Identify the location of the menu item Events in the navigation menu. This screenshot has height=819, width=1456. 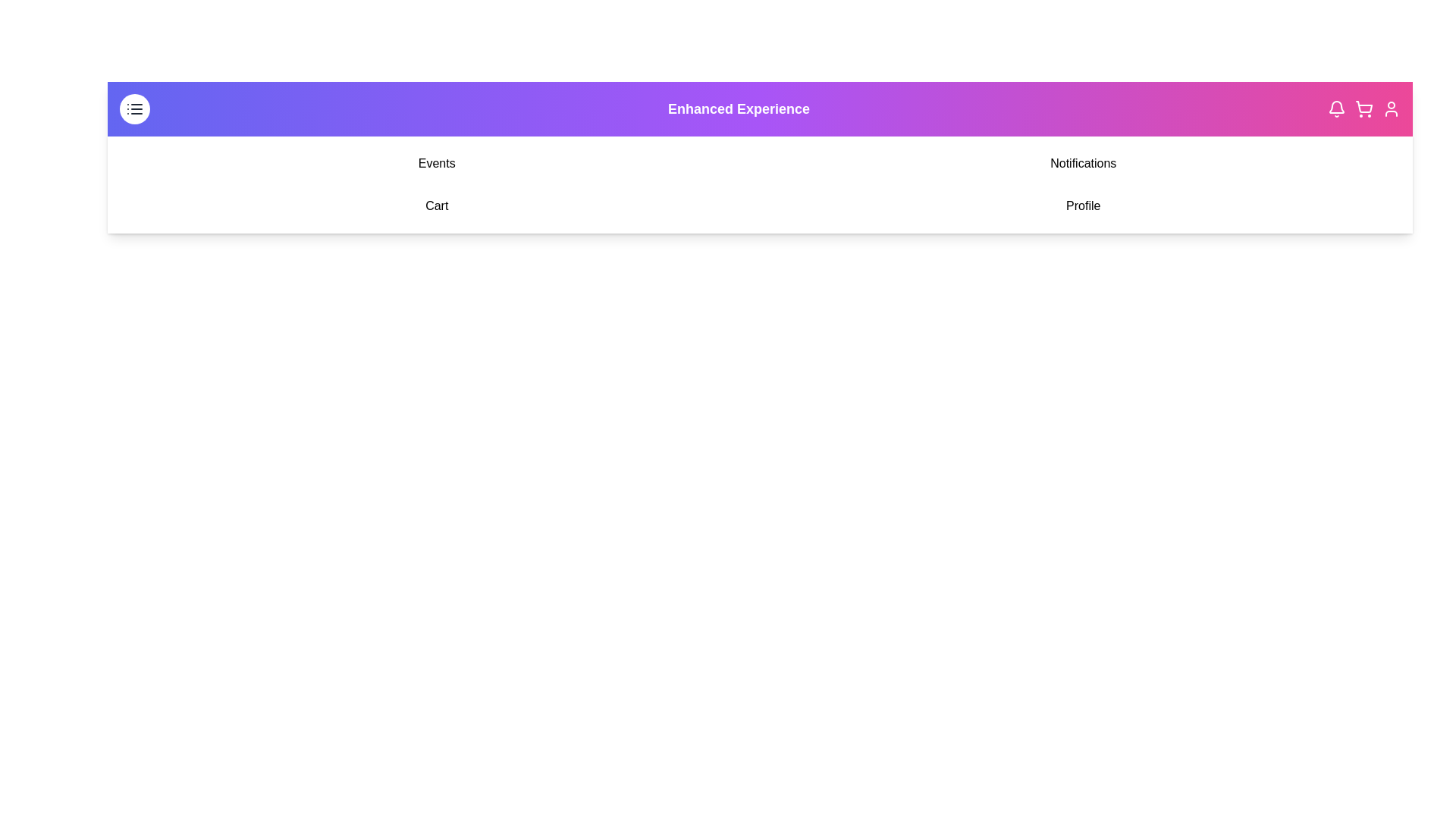
(436, 164).